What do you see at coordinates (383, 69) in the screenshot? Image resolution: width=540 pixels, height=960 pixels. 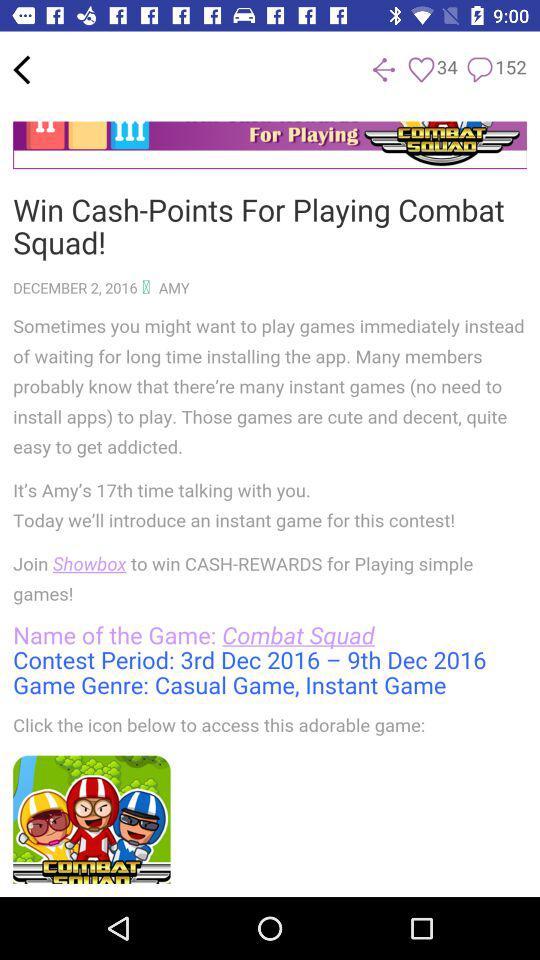 I see `next` at bounding box center [383, 69].